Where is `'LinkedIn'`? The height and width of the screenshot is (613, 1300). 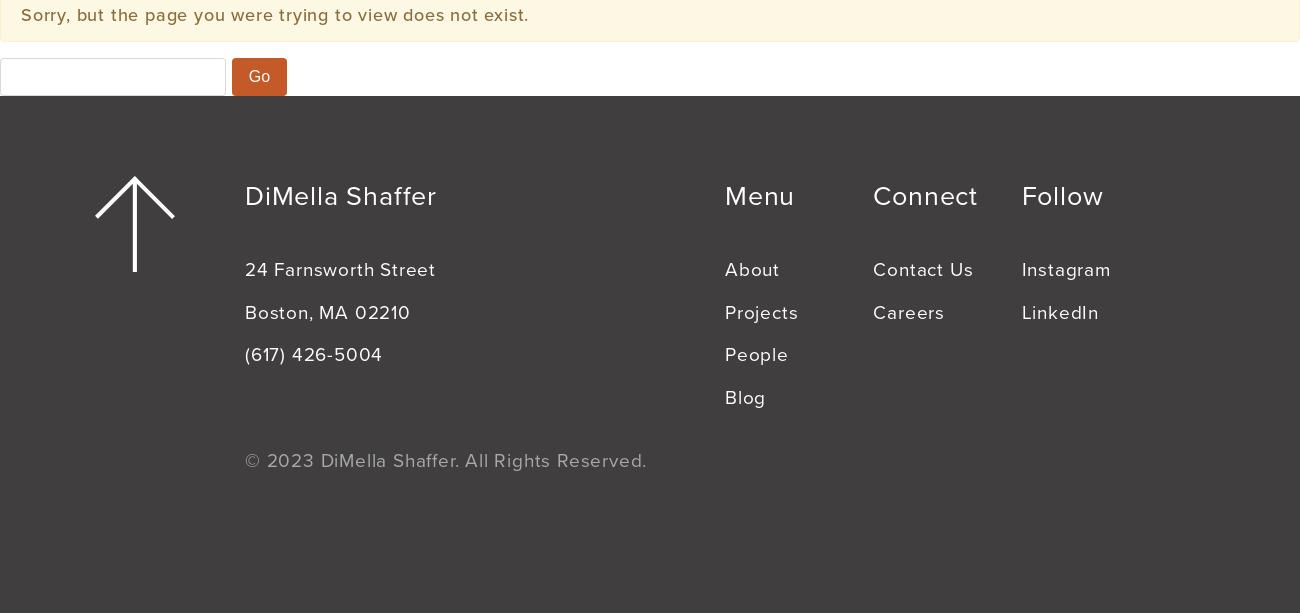
'LinkedIn' is located at coordinates (1060, 311).